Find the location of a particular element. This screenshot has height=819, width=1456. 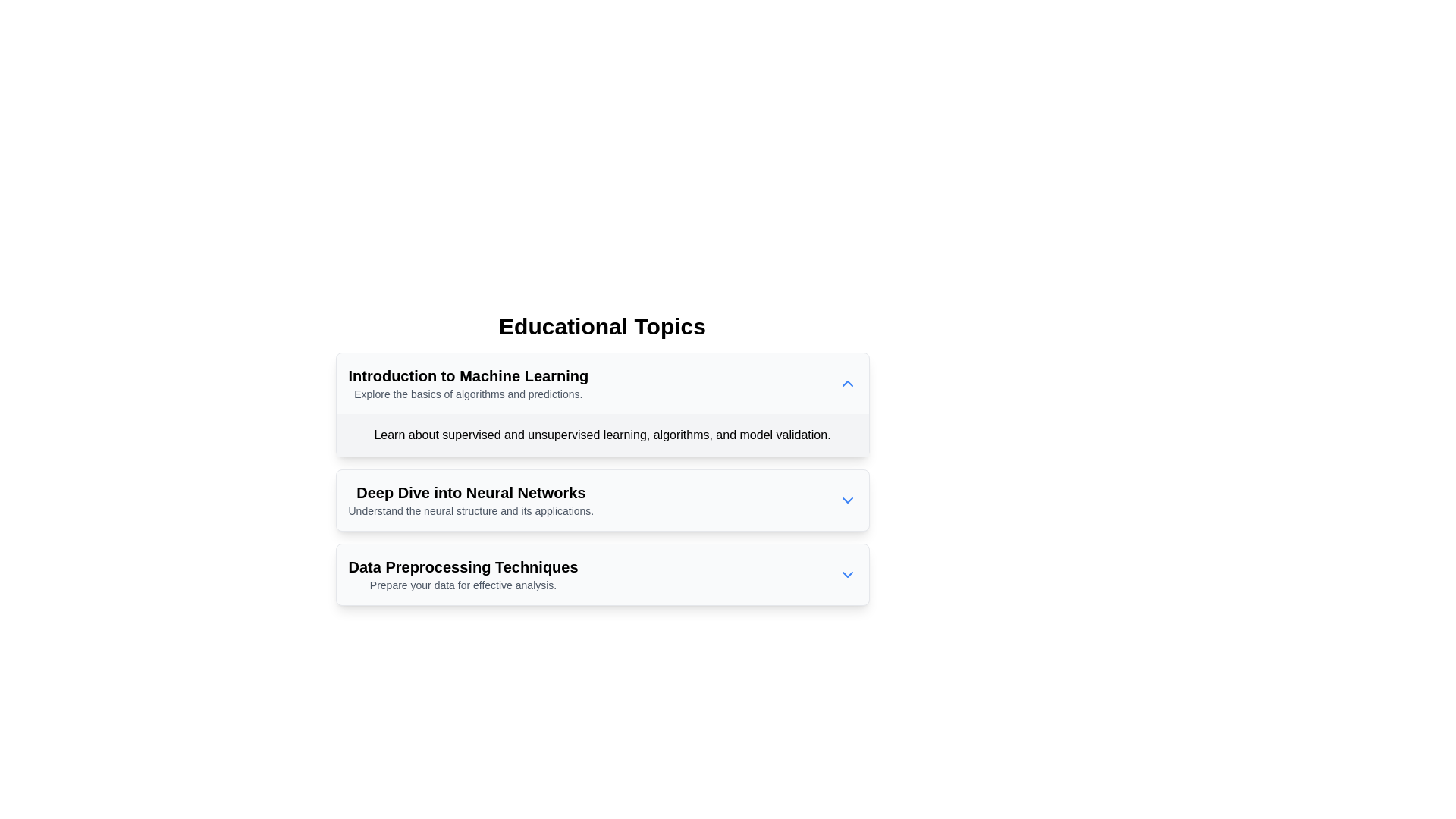

textual content stating 'Learn about supervised and unsupervised learning, algorithms, and model validation.' which is located centrally beneath the title 'Introduction to Machine Learning' in the first collapsible section is located at coordinates (601, 435).